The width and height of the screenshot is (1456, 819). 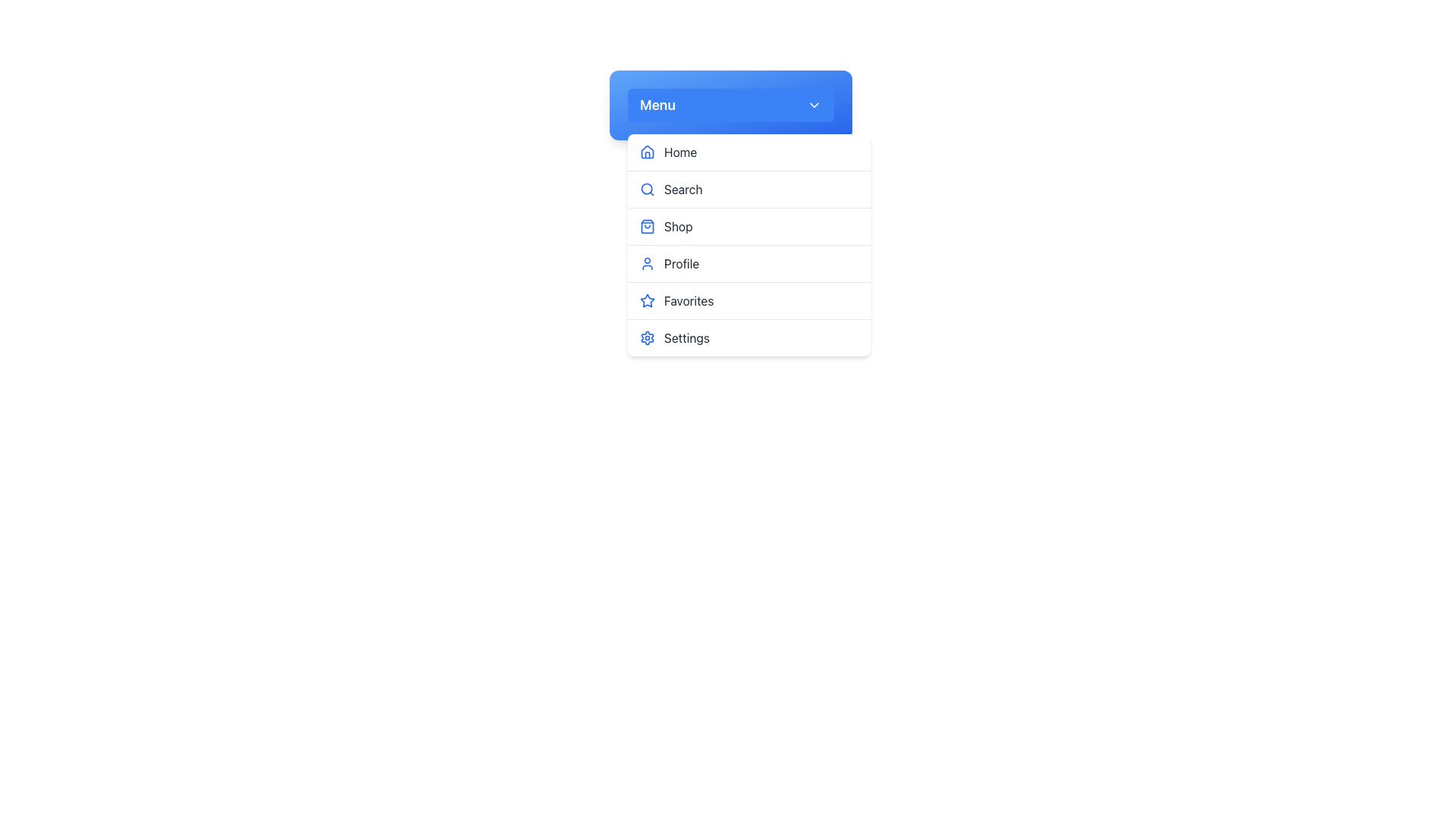 What do you see at coordinates (731, 104) in the screenshot?
I see `the Dropdown Trigger element to navigate through the dropdown menu items` at bounding box center [731, 104].